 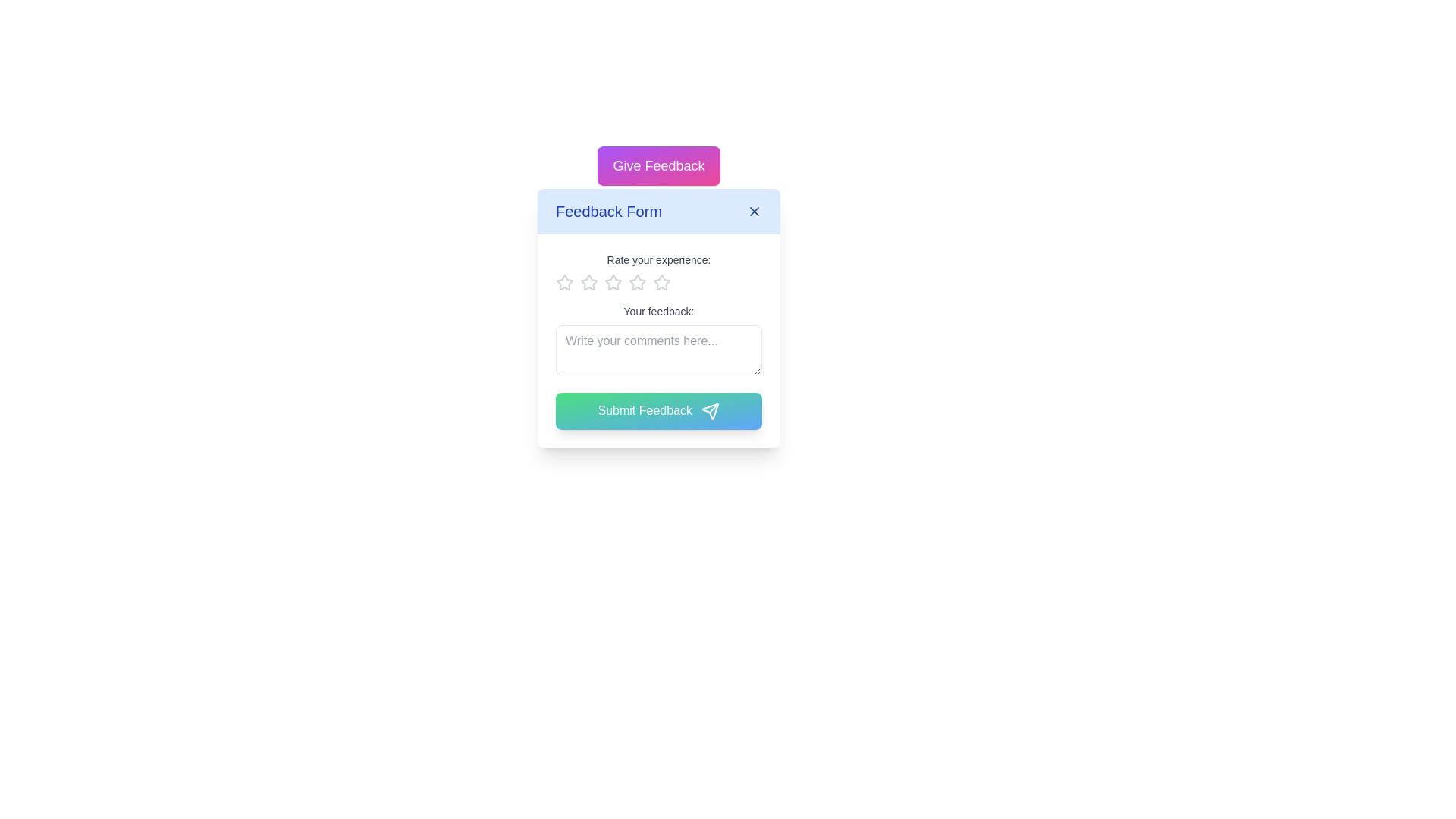 I want to click on the fourth star in the rating system to focus on it using the keyboard, so click(x=637, y=283).